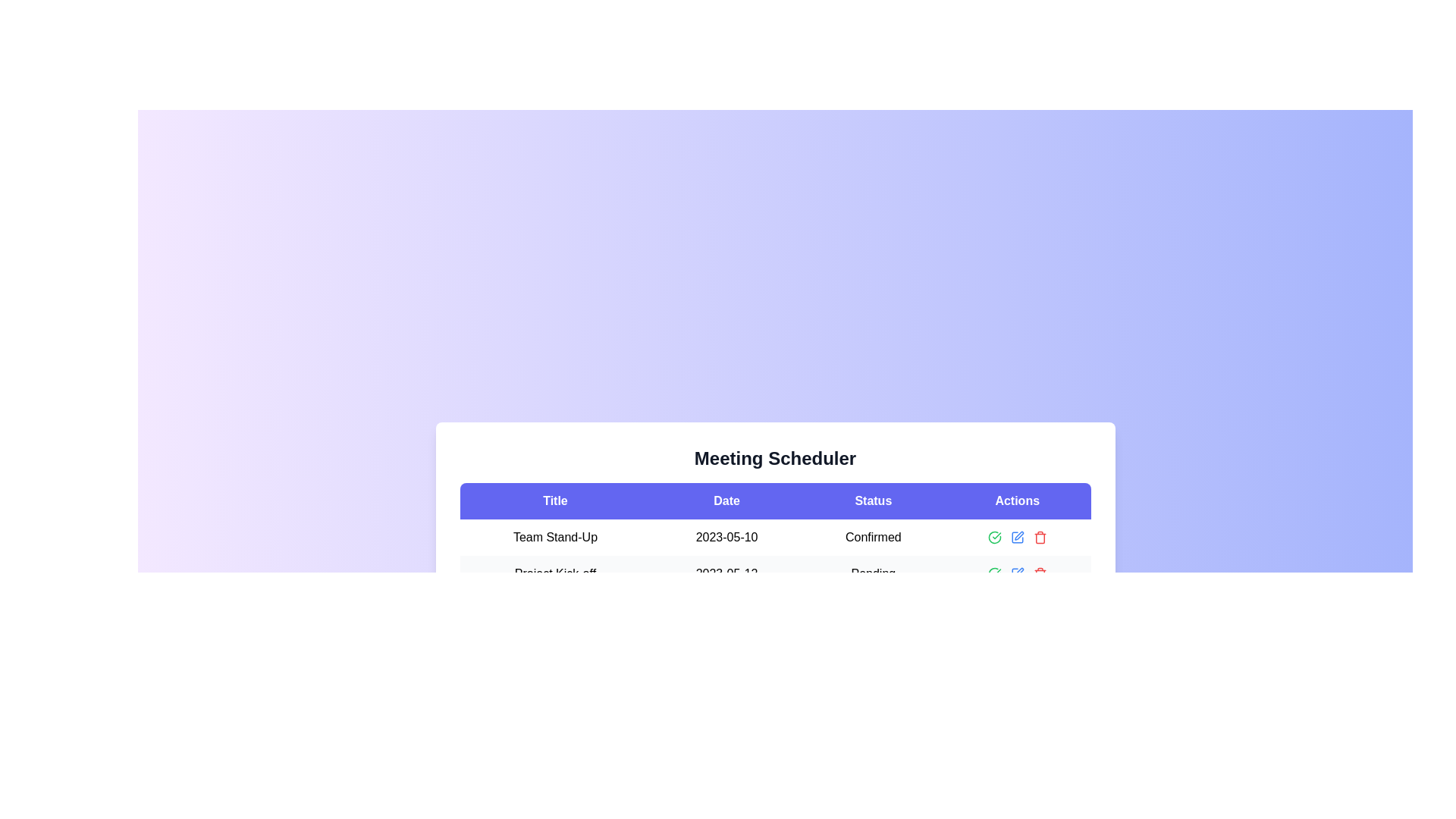 This screenshot has width=1456, height=819. Describe the element at coordinates (1039, 537) in the screenshot. I see `the red trash icon` at that location.